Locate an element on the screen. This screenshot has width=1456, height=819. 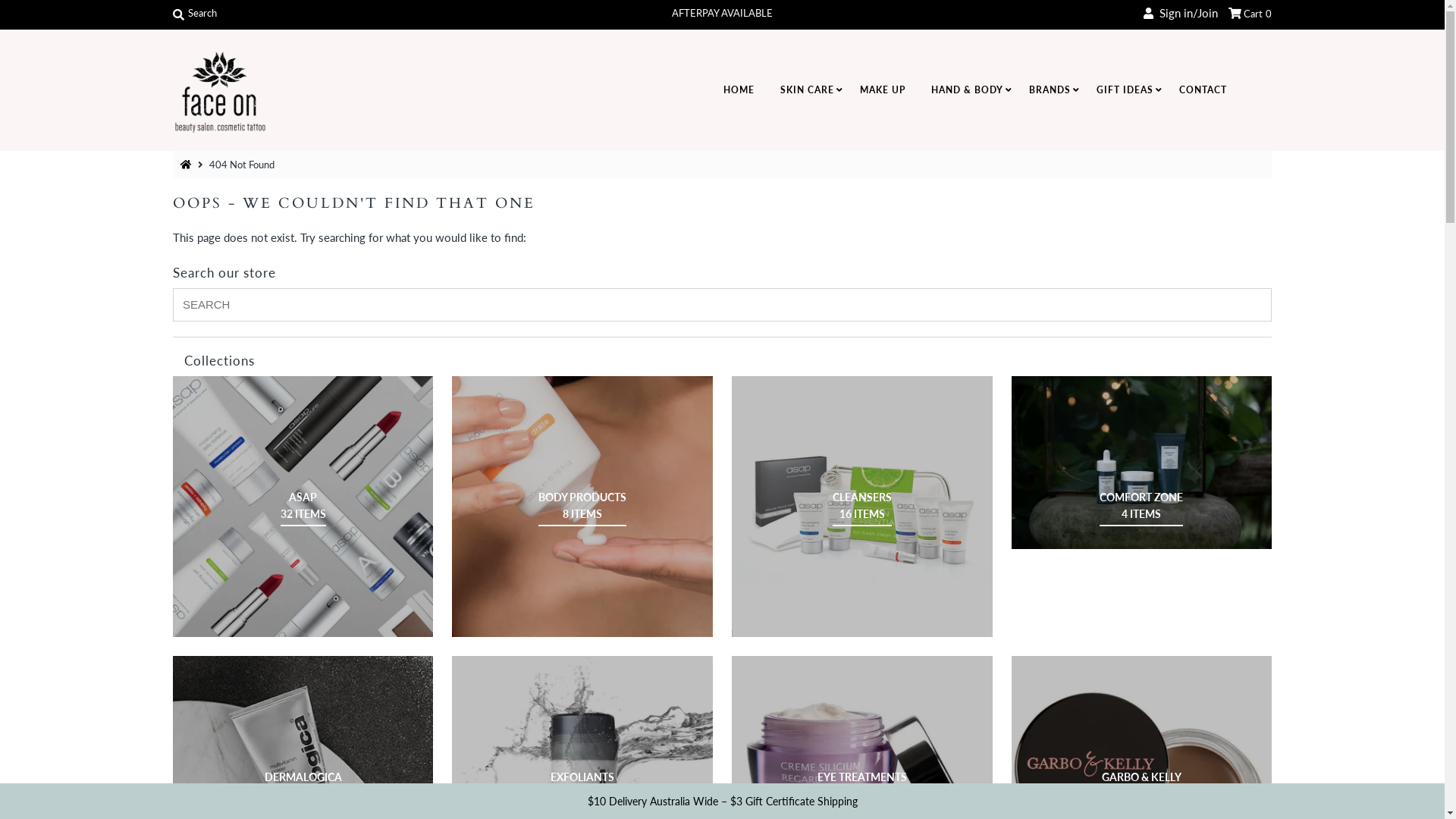
'DERMALOGICA is located at coordinates (303, 785).